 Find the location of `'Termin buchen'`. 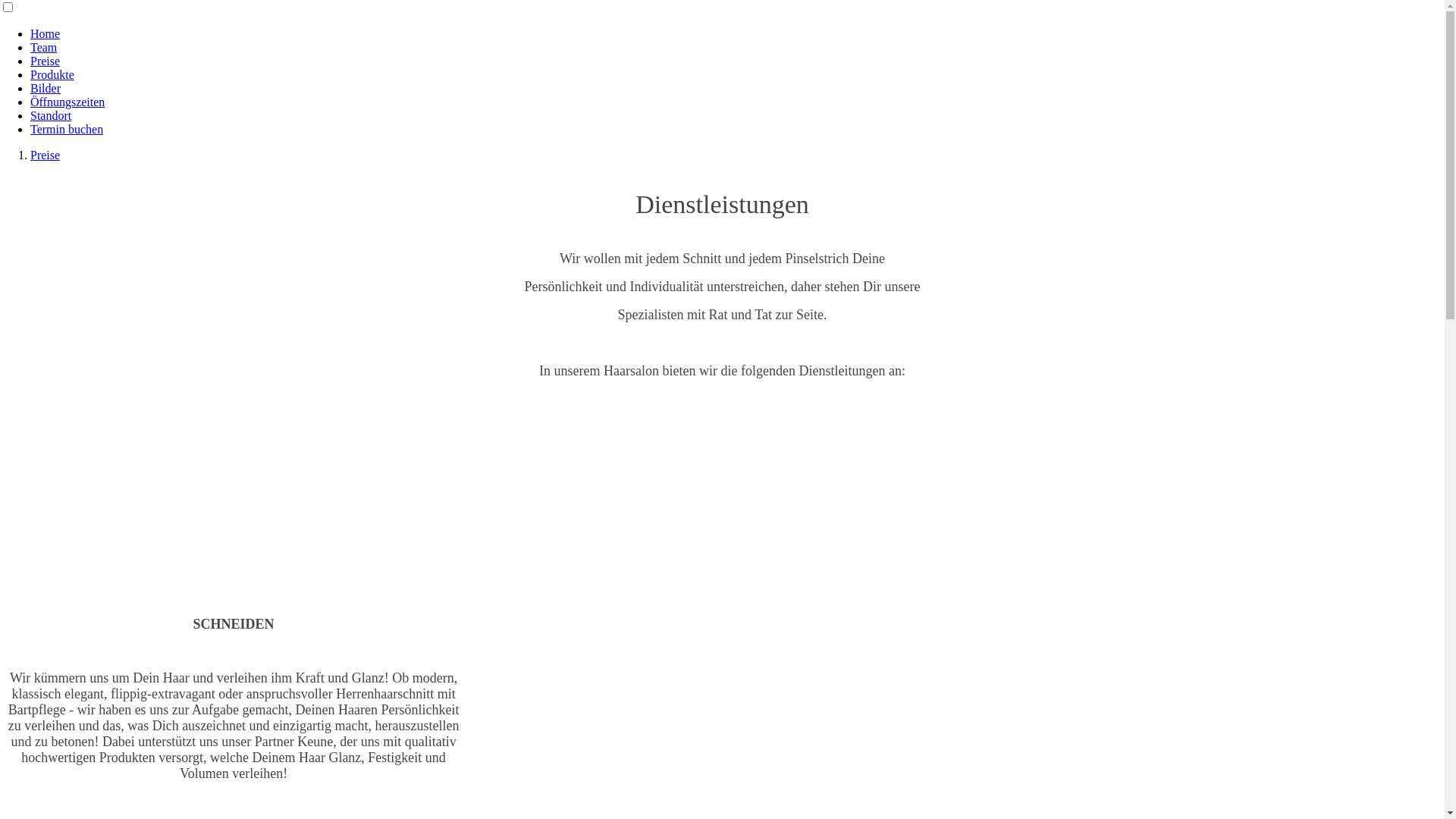

'Termin buchen' is located at coordinates (65, 128).